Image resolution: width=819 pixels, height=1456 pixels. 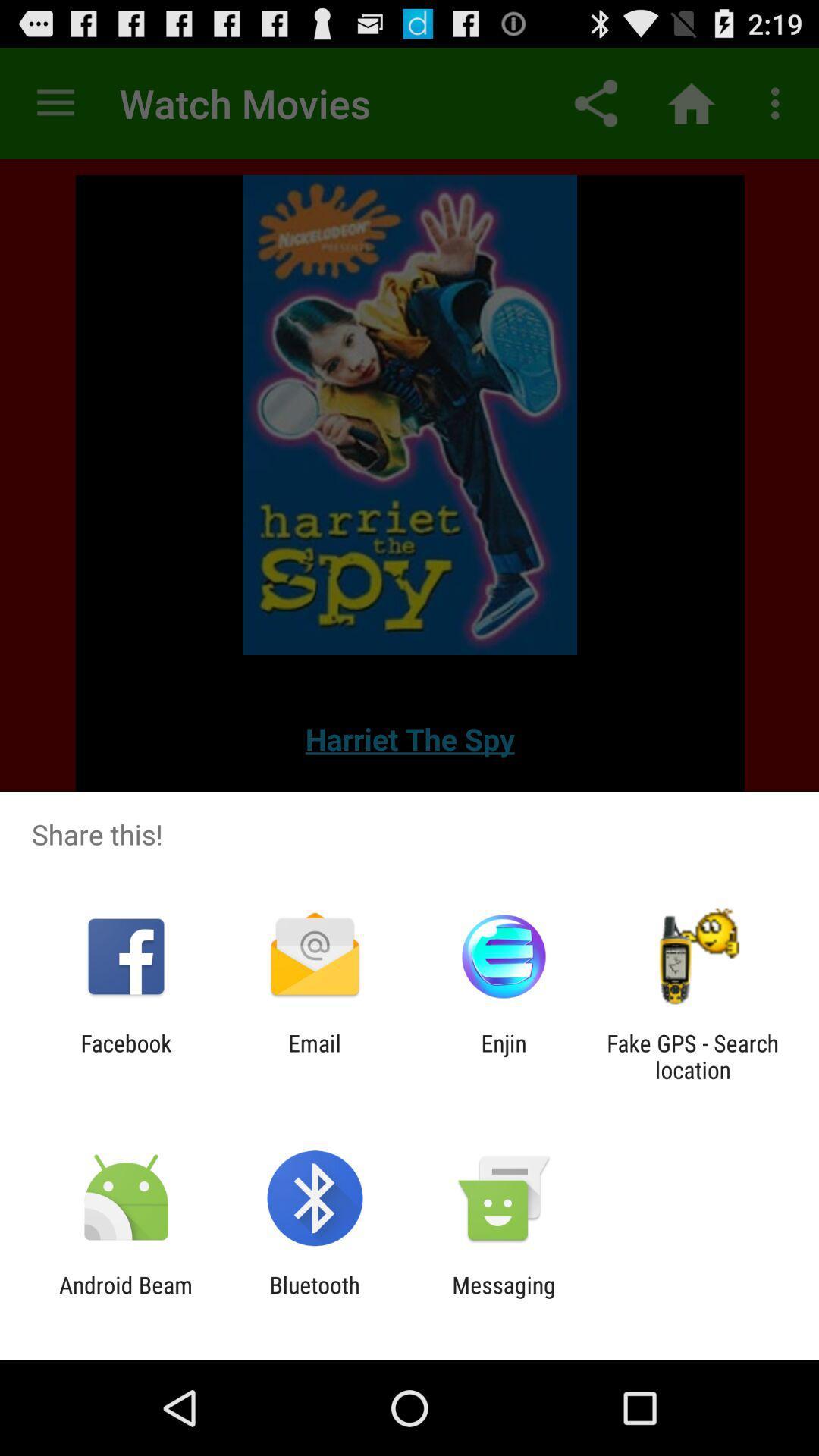 I want to click on the icon next to email, so click(x=504, y=1056).